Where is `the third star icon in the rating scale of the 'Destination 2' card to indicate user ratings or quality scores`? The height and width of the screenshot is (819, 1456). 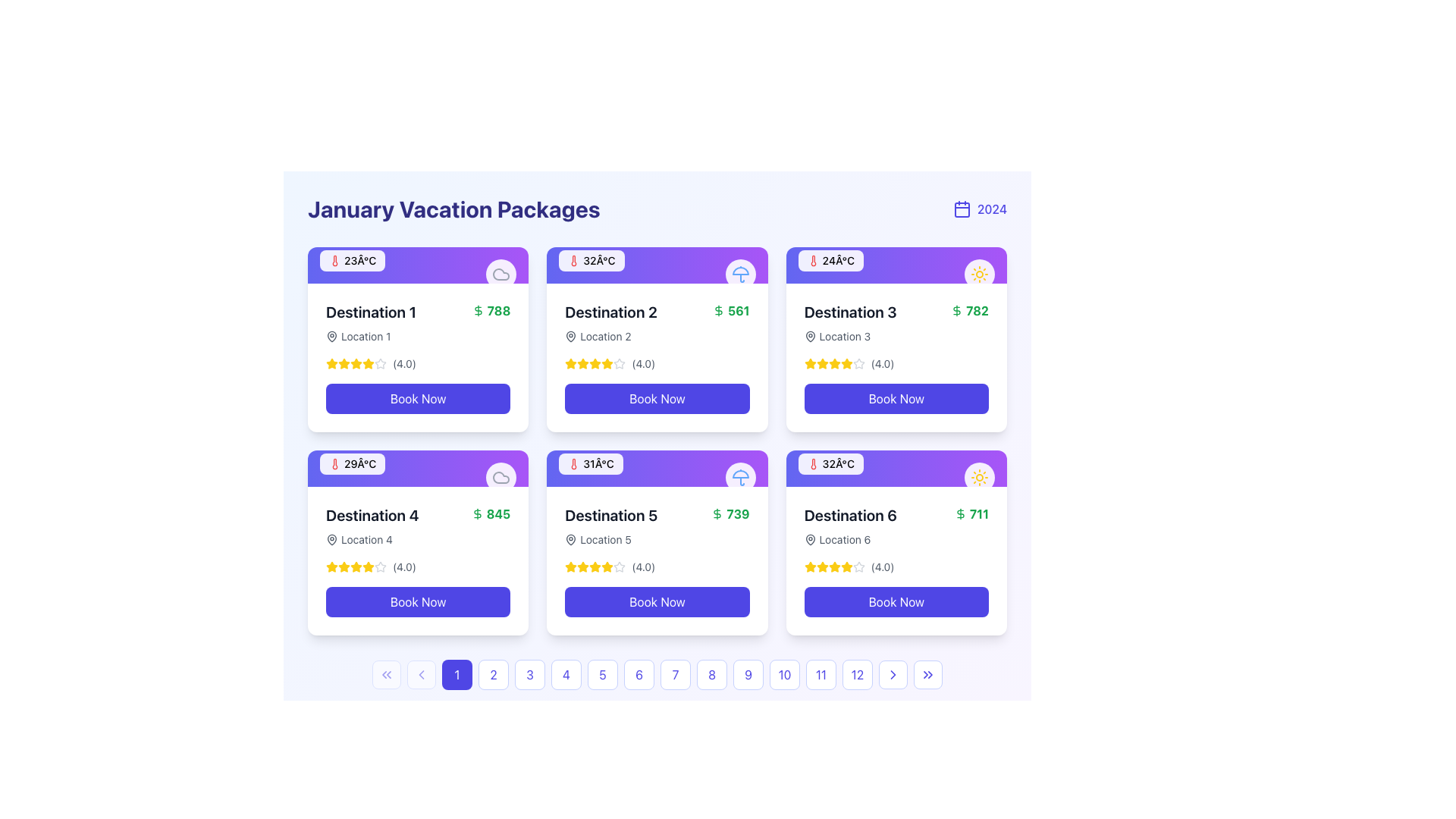
the third star icon in the rating scale of the 'Destination 2' card to indicate user ratings or quality scores is located at coordinates (582, 363).